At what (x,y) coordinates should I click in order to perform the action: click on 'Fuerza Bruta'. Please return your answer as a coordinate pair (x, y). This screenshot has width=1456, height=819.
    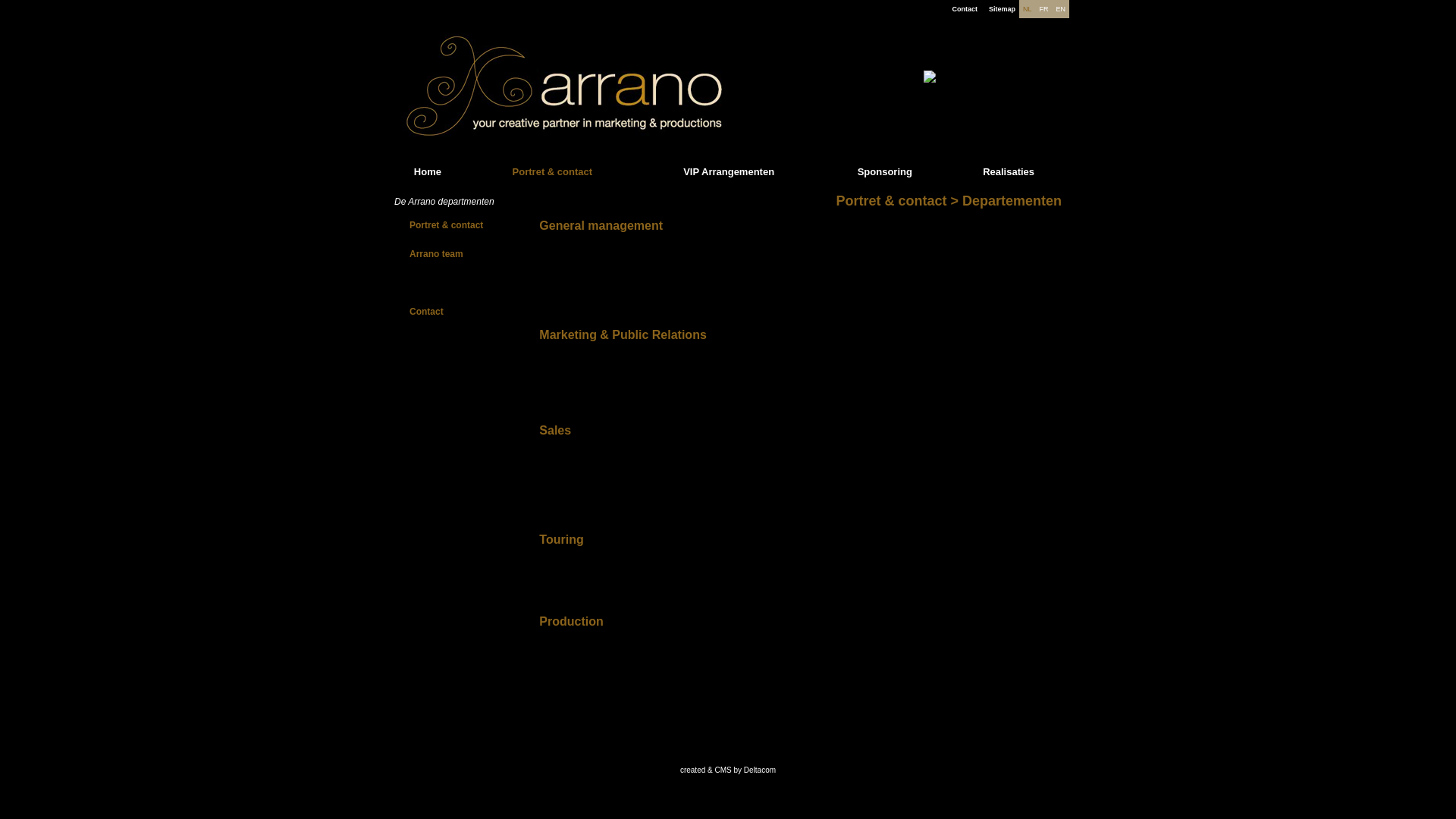
    Looking at the image, I should click on (956, 84).